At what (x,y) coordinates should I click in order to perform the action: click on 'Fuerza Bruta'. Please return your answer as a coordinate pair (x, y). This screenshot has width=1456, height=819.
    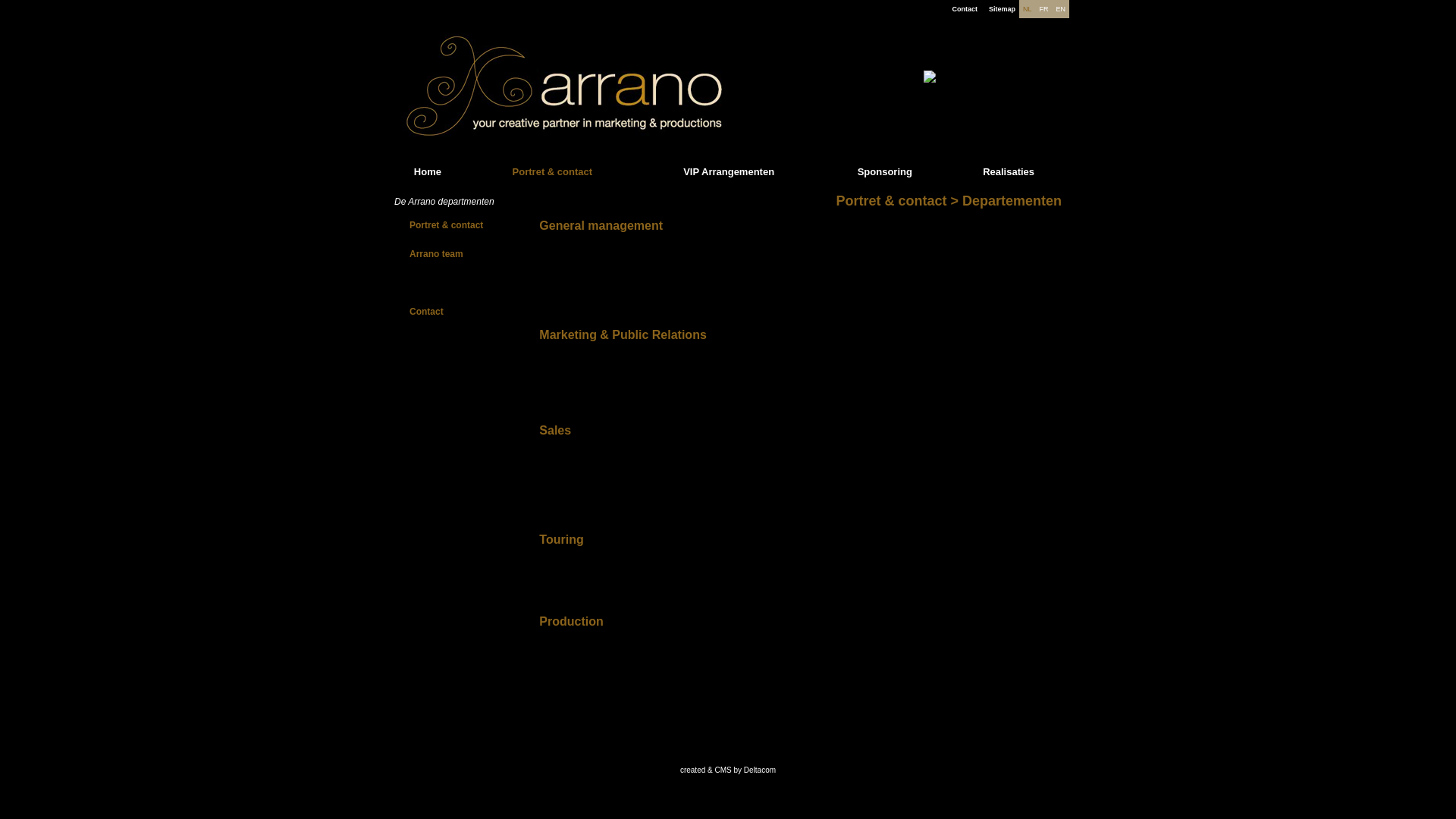
    Looking at the image, I should click on (956, 84).